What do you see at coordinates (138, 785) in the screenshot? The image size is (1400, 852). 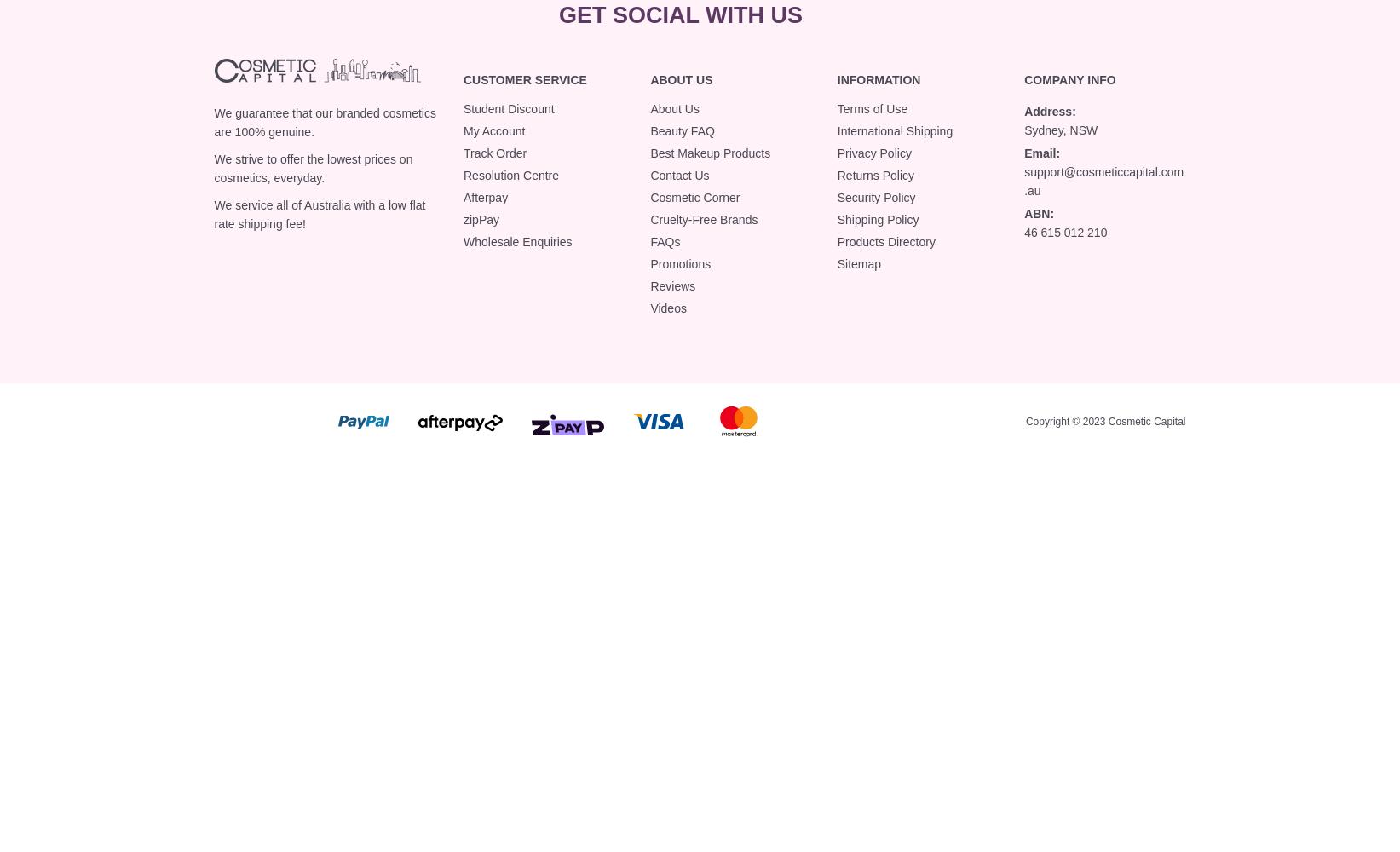 I see `'Luma Natural Radiance Bronzing Primer 40ml'` at bounding box center [138, 785].